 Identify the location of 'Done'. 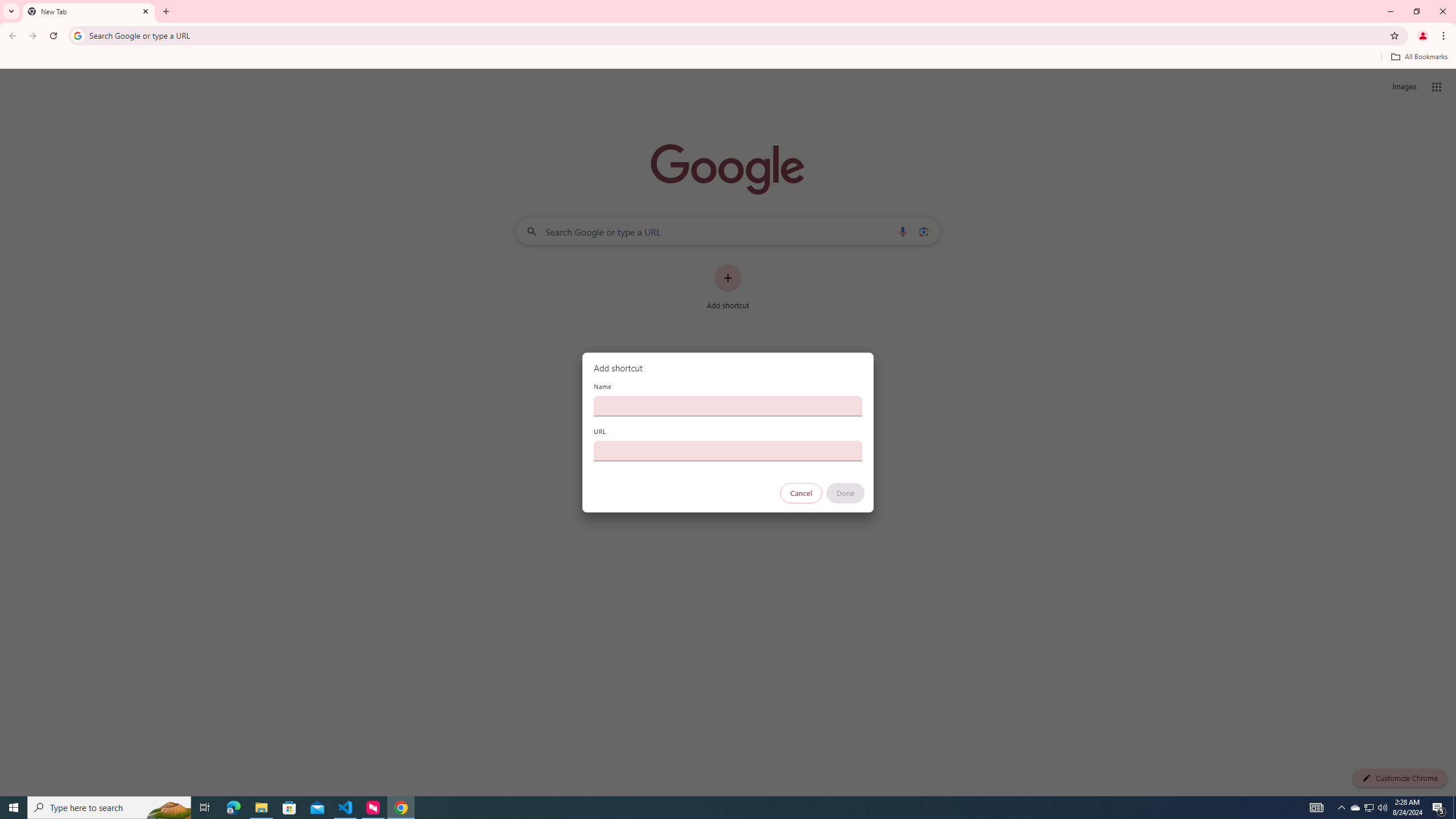
(846, 493).